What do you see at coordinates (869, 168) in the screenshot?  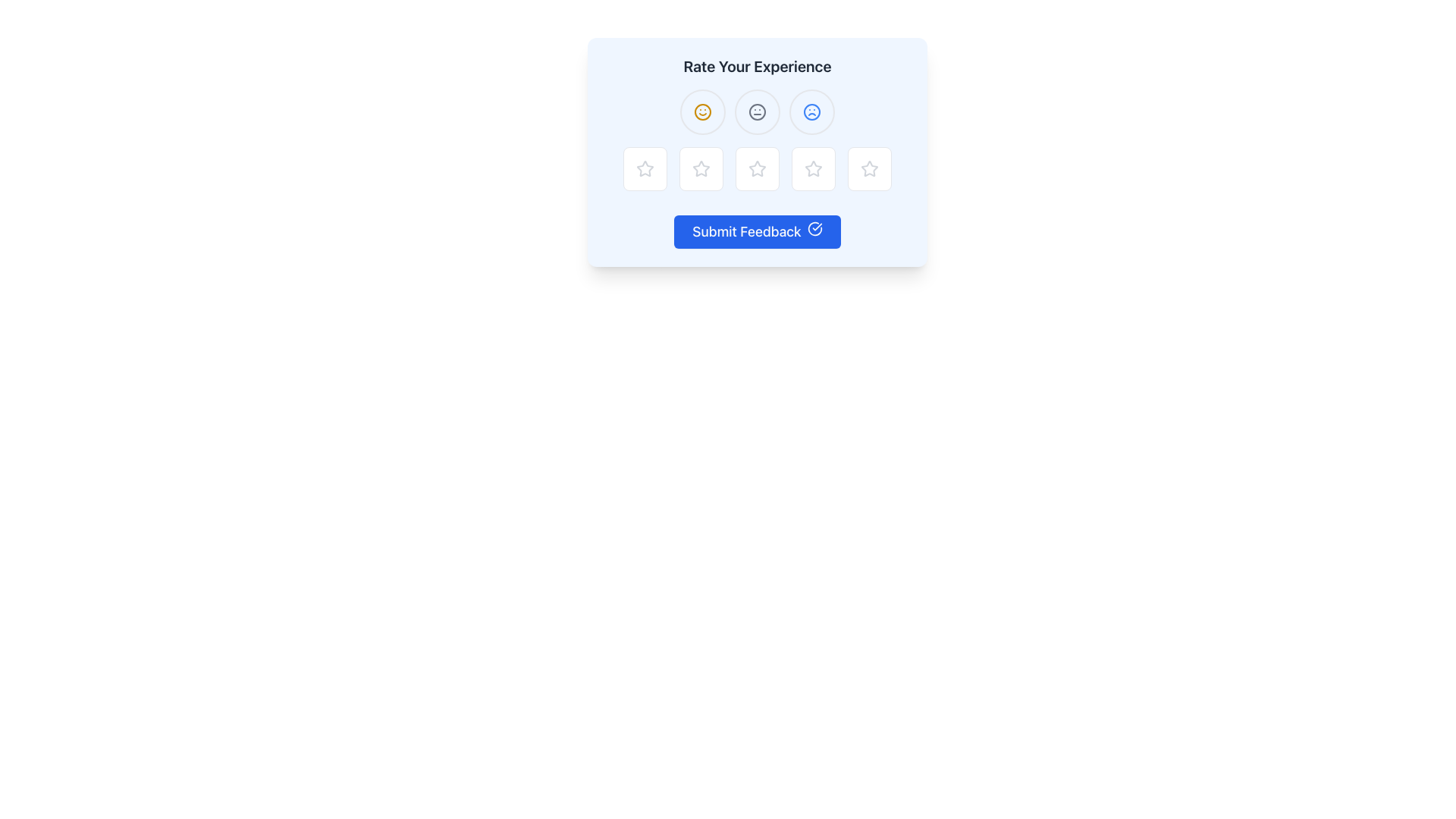 I see `the fifth star icon with a gray outline in the rating component` at bounding box center [869, 168].